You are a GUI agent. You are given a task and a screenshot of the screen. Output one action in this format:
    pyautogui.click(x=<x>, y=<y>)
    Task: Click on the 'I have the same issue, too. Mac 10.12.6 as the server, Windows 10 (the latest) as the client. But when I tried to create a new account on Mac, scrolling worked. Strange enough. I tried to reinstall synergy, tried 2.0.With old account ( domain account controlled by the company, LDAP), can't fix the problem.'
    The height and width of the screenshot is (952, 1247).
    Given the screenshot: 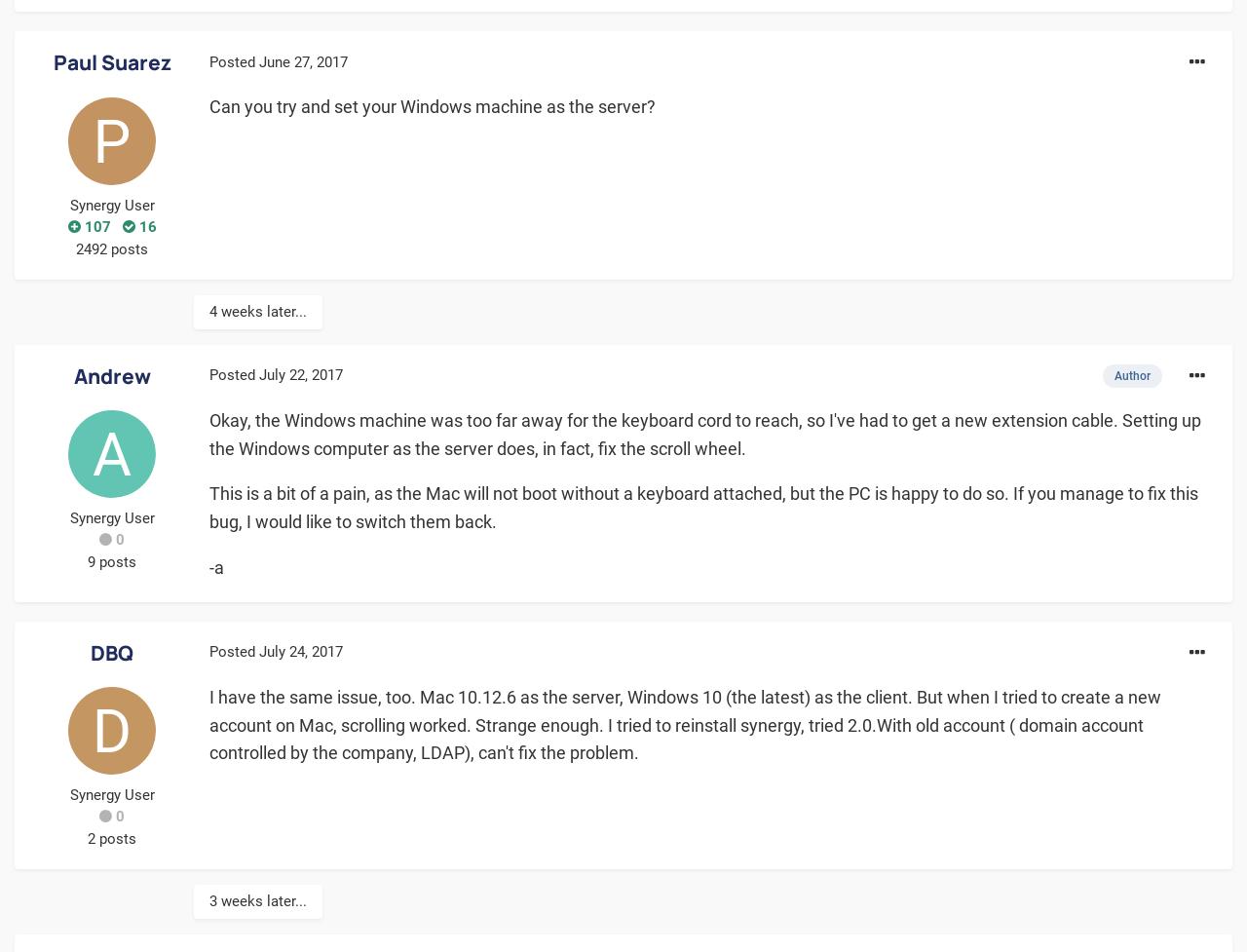 What is the action you would take?
    pyautogui.click(x=685, y=724)
    